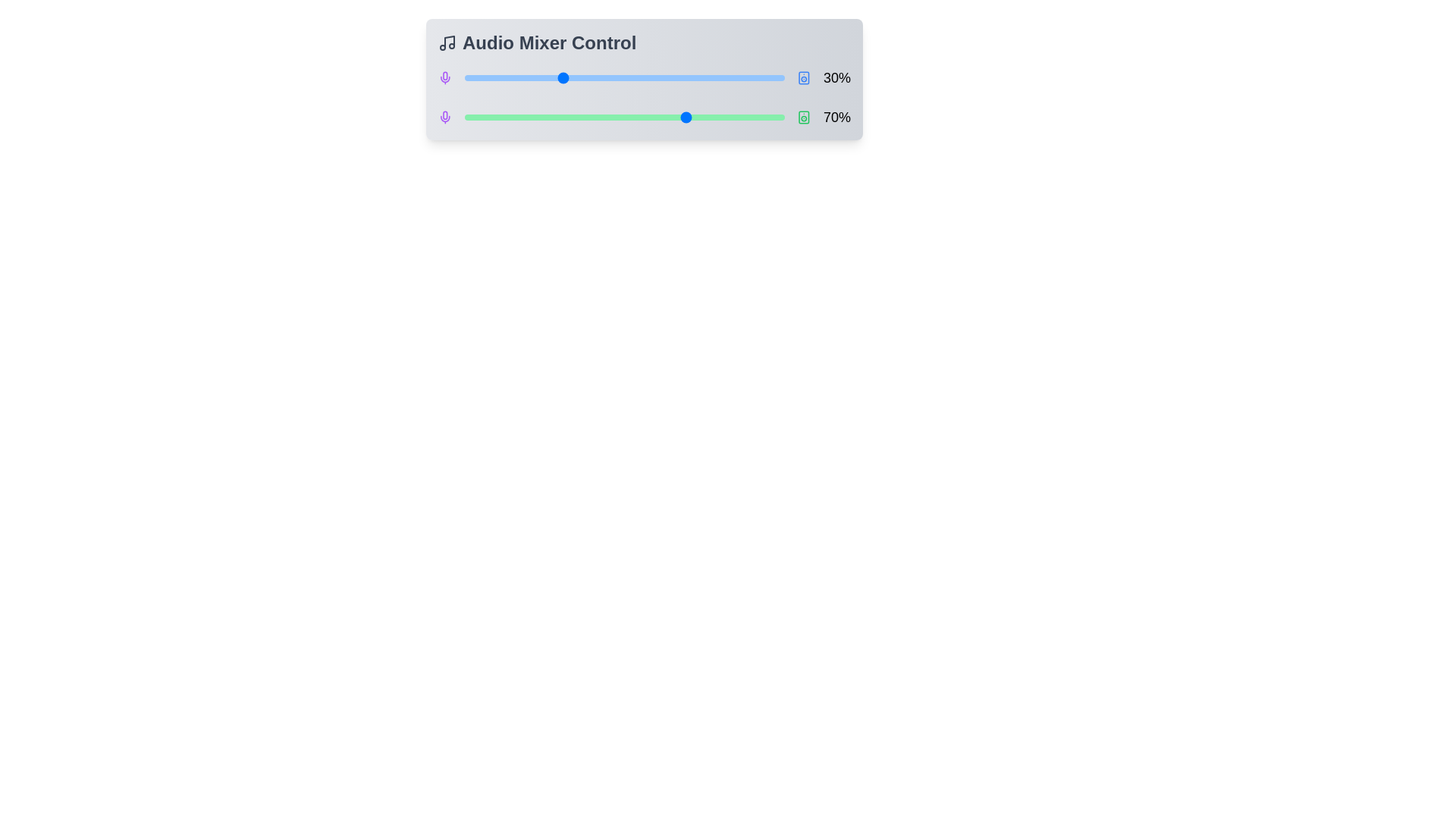  Describe the element at coordinates (559, 78) in the screenshot. I see `the slider` at that location.